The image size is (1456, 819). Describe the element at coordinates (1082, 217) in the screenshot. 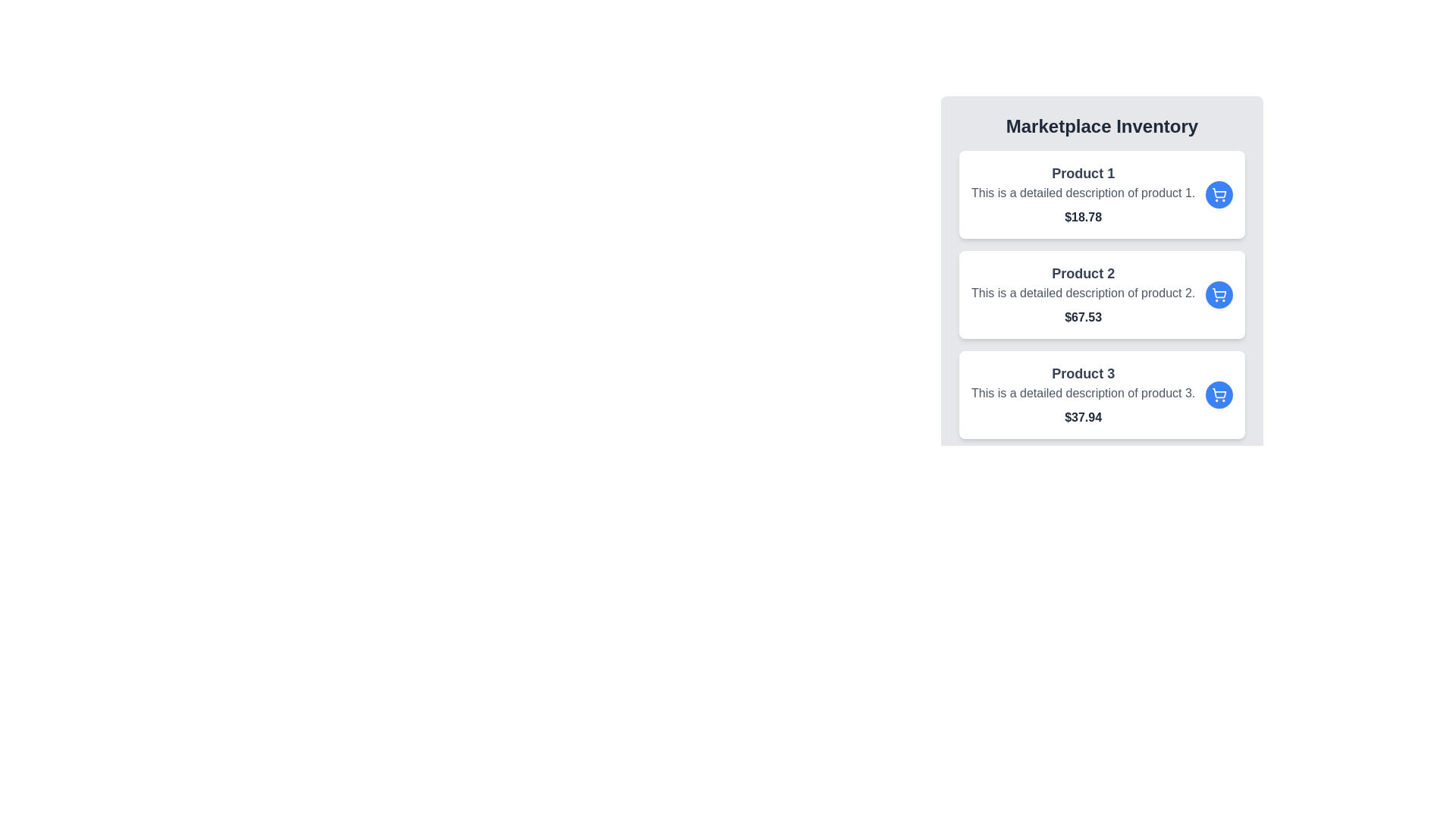

I see `price information displayed by the text label located below the description of product 1 in the product list` at that location.